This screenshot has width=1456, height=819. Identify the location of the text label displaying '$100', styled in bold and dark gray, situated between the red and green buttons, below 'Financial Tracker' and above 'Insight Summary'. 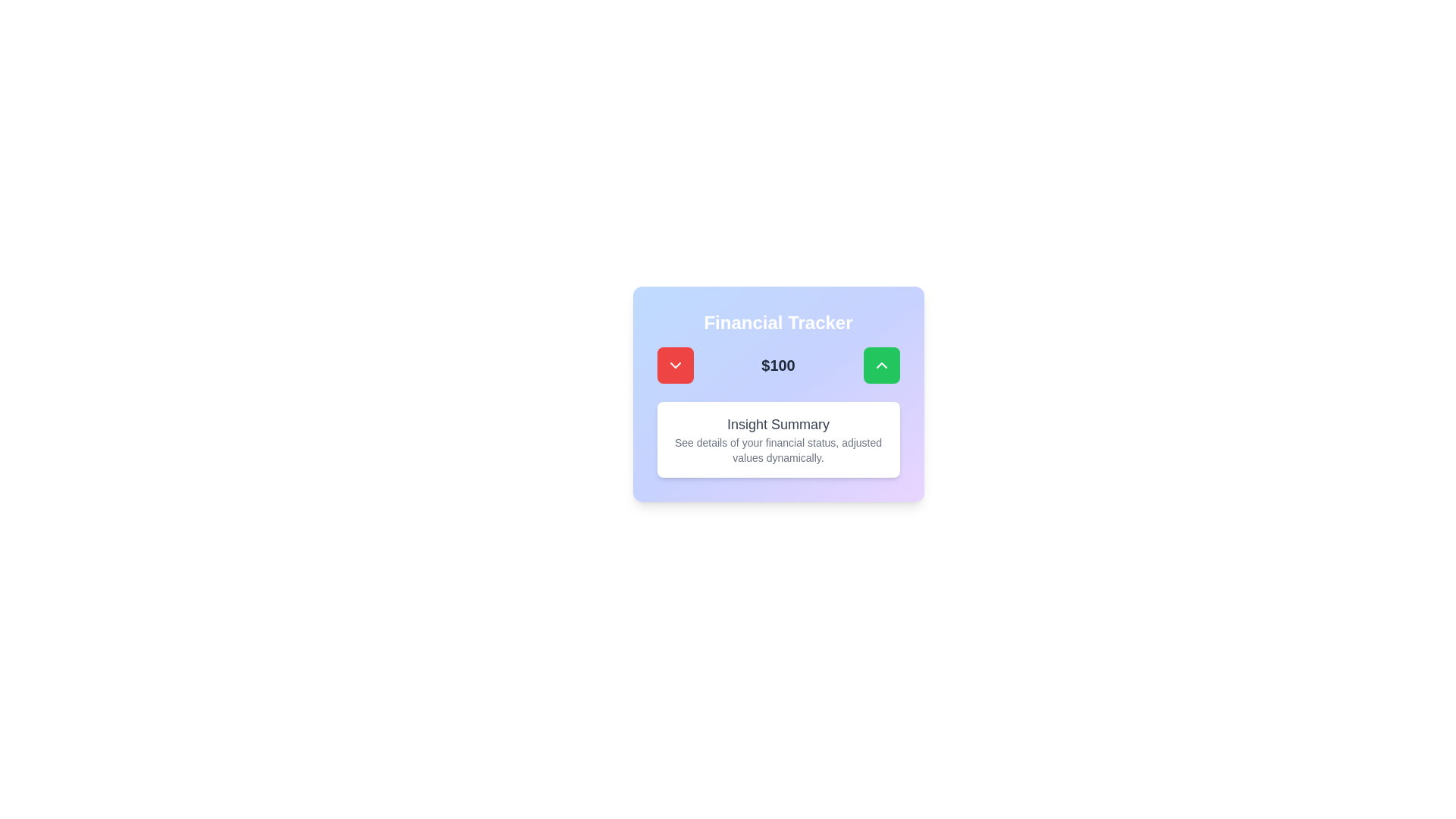
(778, 366).